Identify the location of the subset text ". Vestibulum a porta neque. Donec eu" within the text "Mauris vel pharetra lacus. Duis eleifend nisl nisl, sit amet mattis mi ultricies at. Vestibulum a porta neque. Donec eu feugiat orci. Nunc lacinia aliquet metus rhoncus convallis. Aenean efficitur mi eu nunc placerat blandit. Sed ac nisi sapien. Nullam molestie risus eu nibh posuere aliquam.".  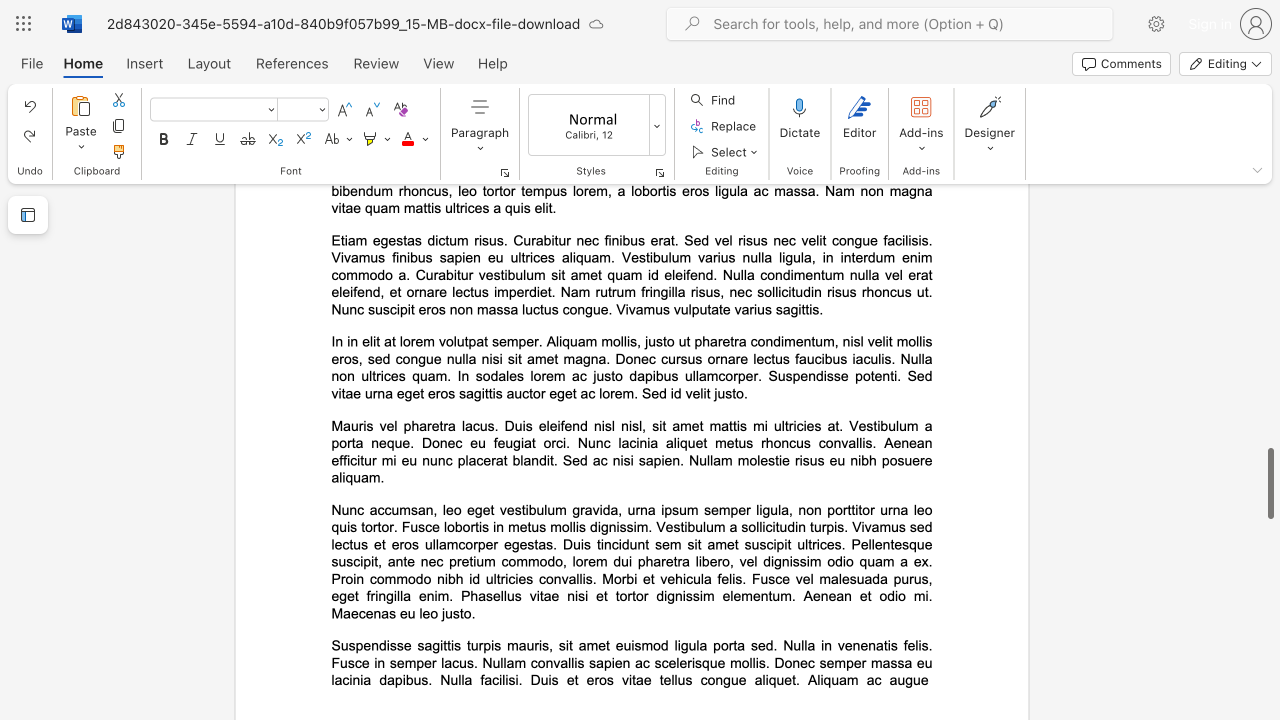
(839, 425).